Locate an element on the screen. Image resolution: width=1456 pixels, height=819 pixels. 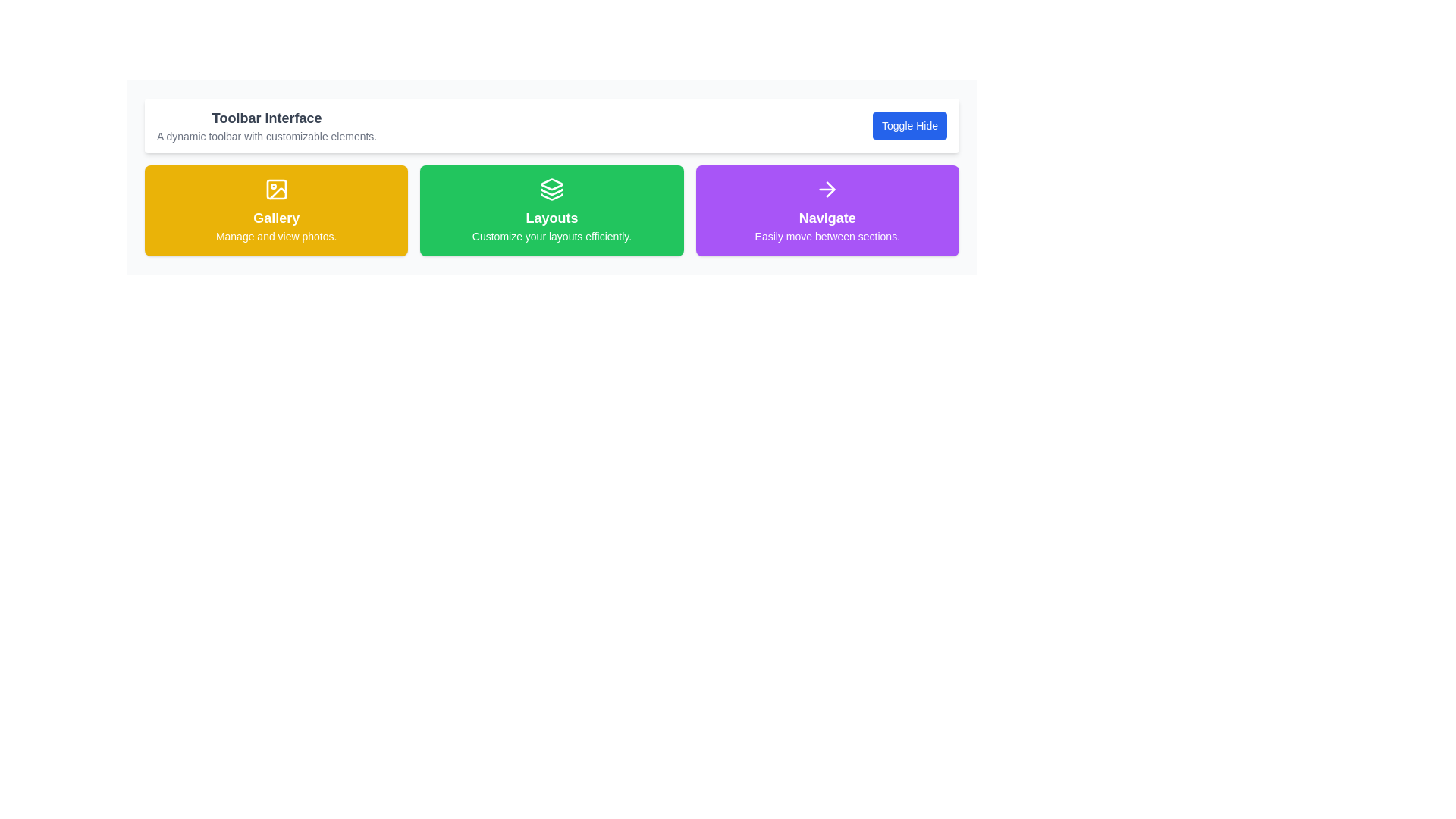
the third layer polygonal shape of the layered icon within the 'Layouts' button in the green section of the UI is located at coordinates (551, 196).